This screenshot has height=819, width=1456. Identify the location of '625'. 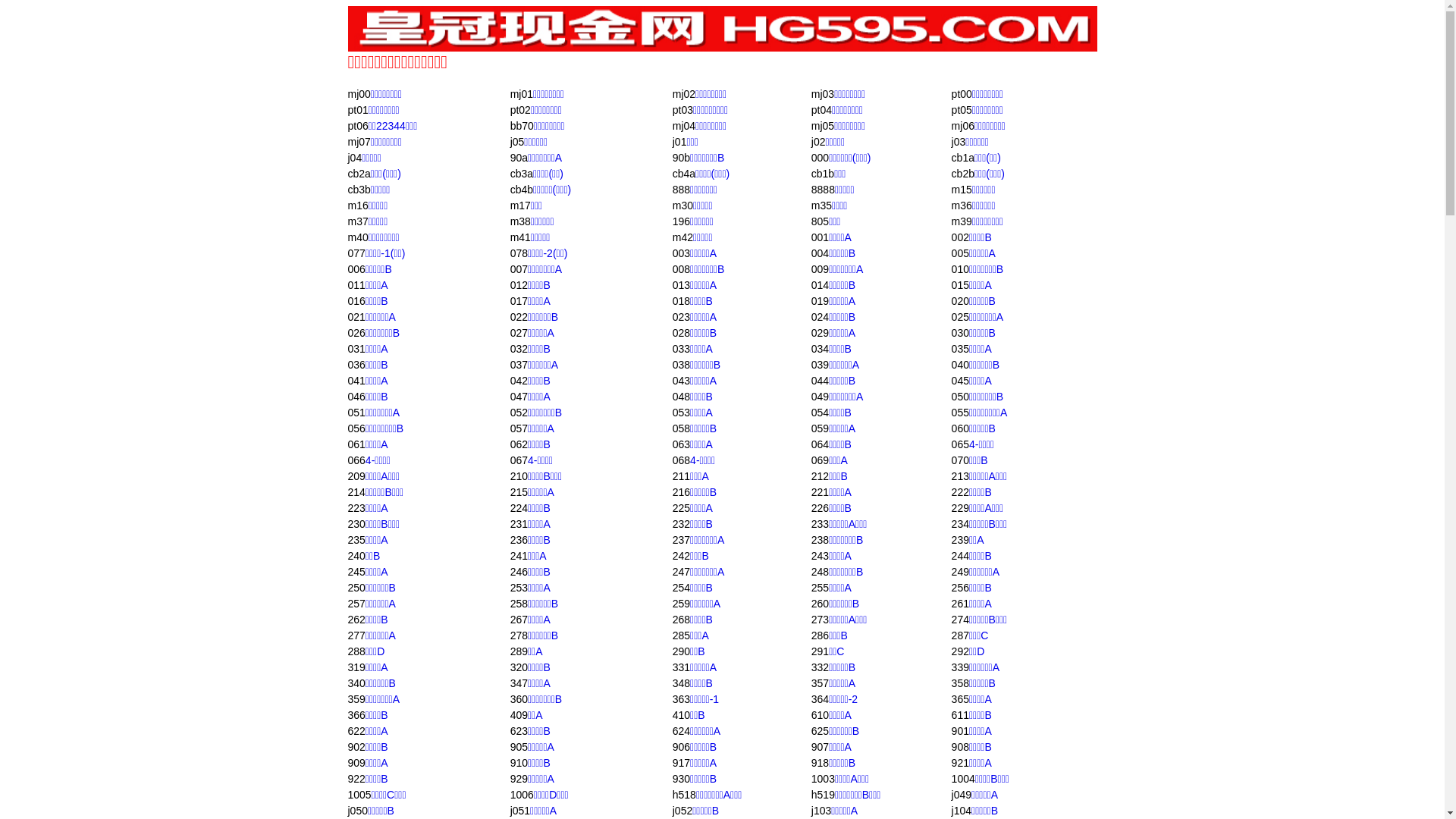
(811, 730).